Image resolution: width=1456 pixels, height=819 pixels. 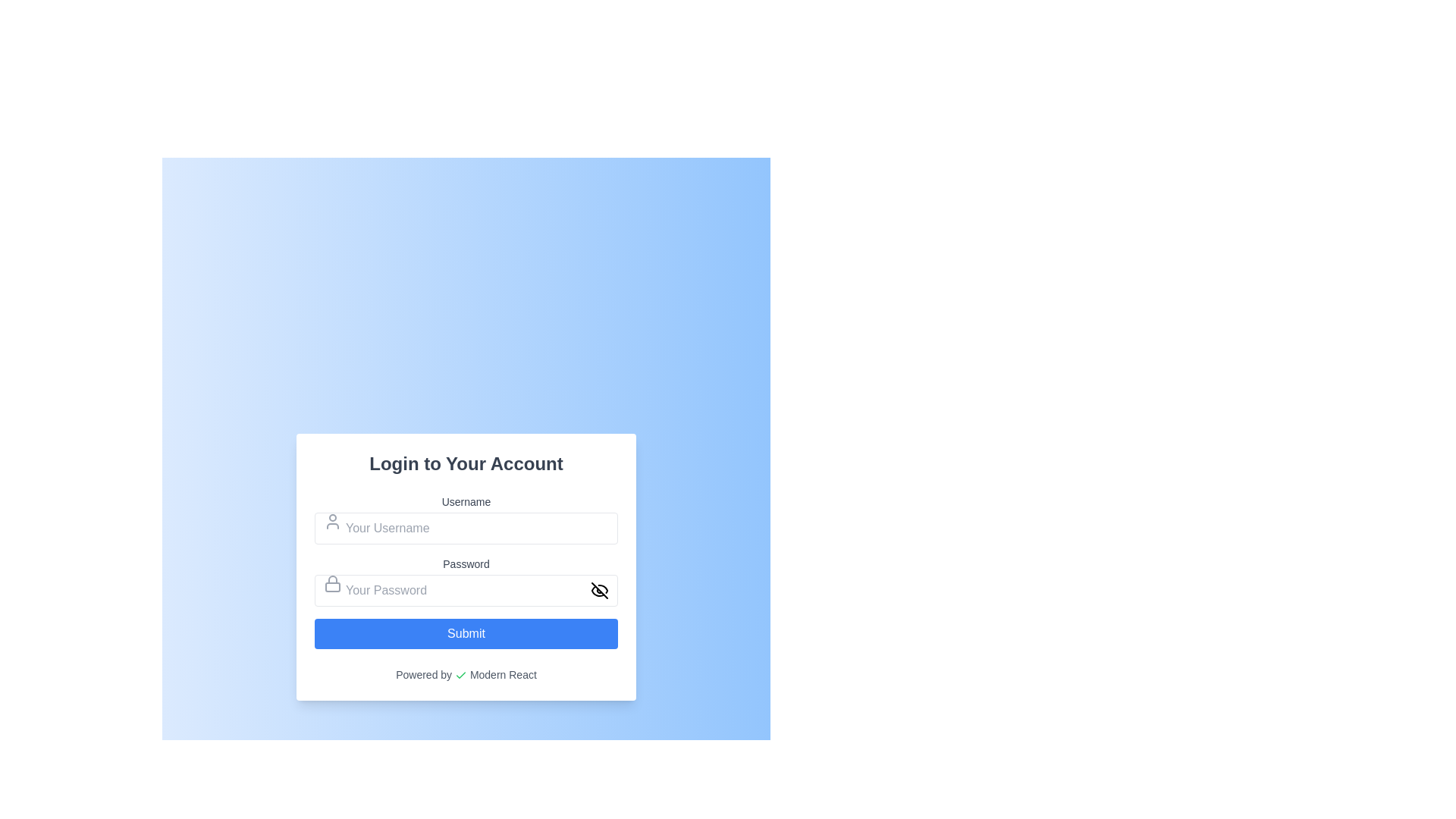 What do you see at coordinates (465, 463) in the screenshot?
I see `the heading text 'Login to Your Account' that is centered at the top of the login form` at bounding box center [465, 463].